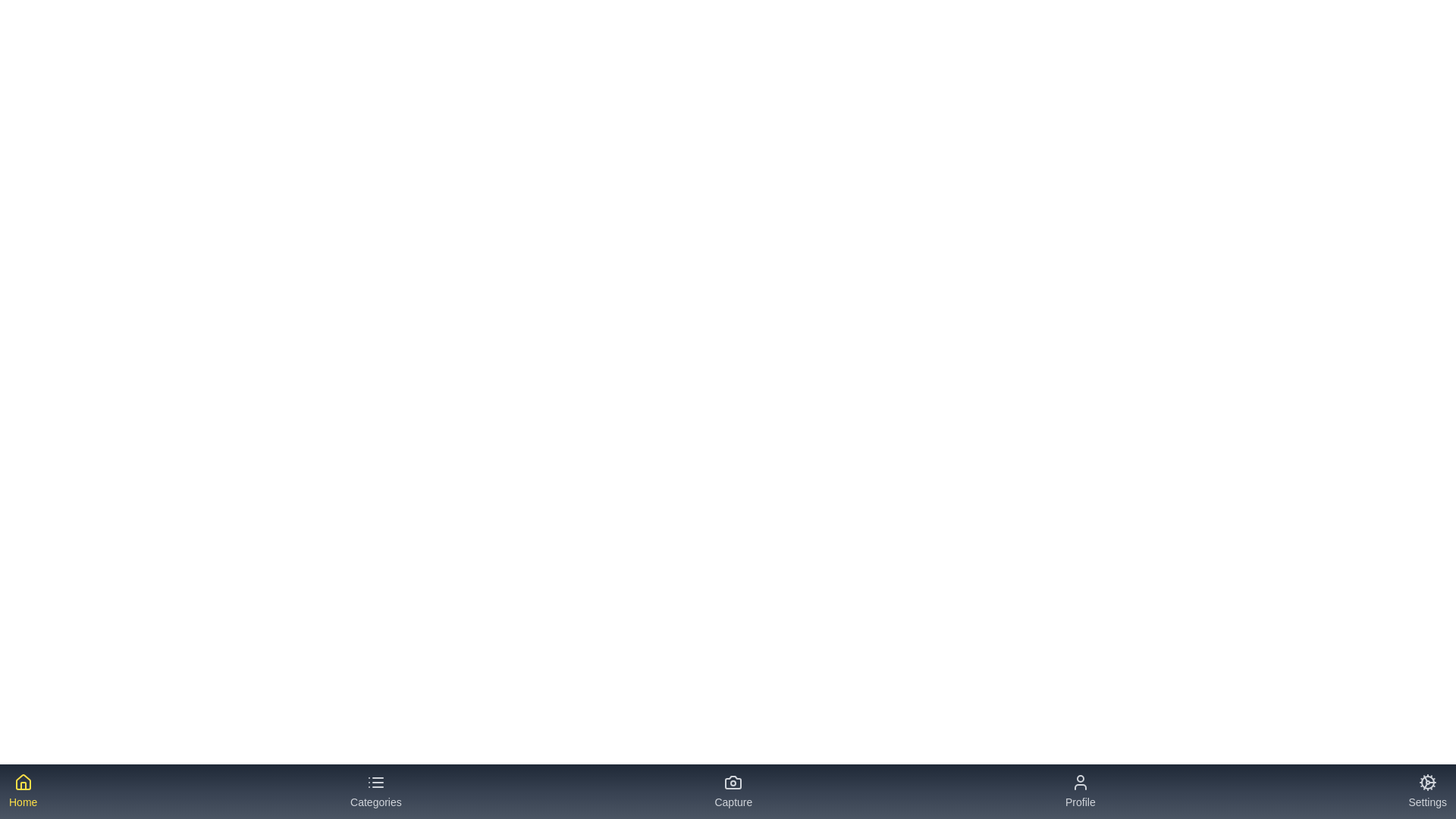 The width and height of the screenshot is (1456, 819). What do you see at coordinates (1426, 791) in the screenshot?
I see `the tab labeled 'Settings' to see its hover effect` at bounding box center [1426, 791].